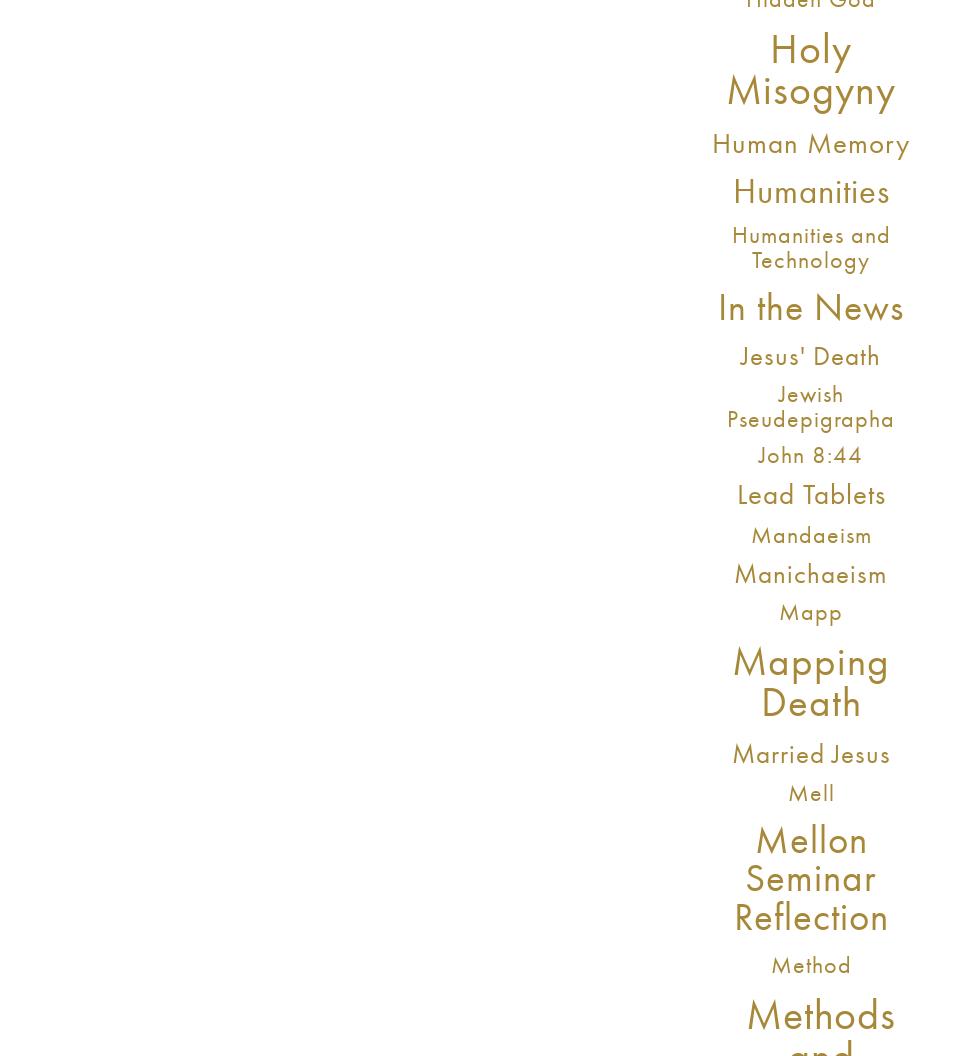  I want to click on 'In the News', so click(809, 305).